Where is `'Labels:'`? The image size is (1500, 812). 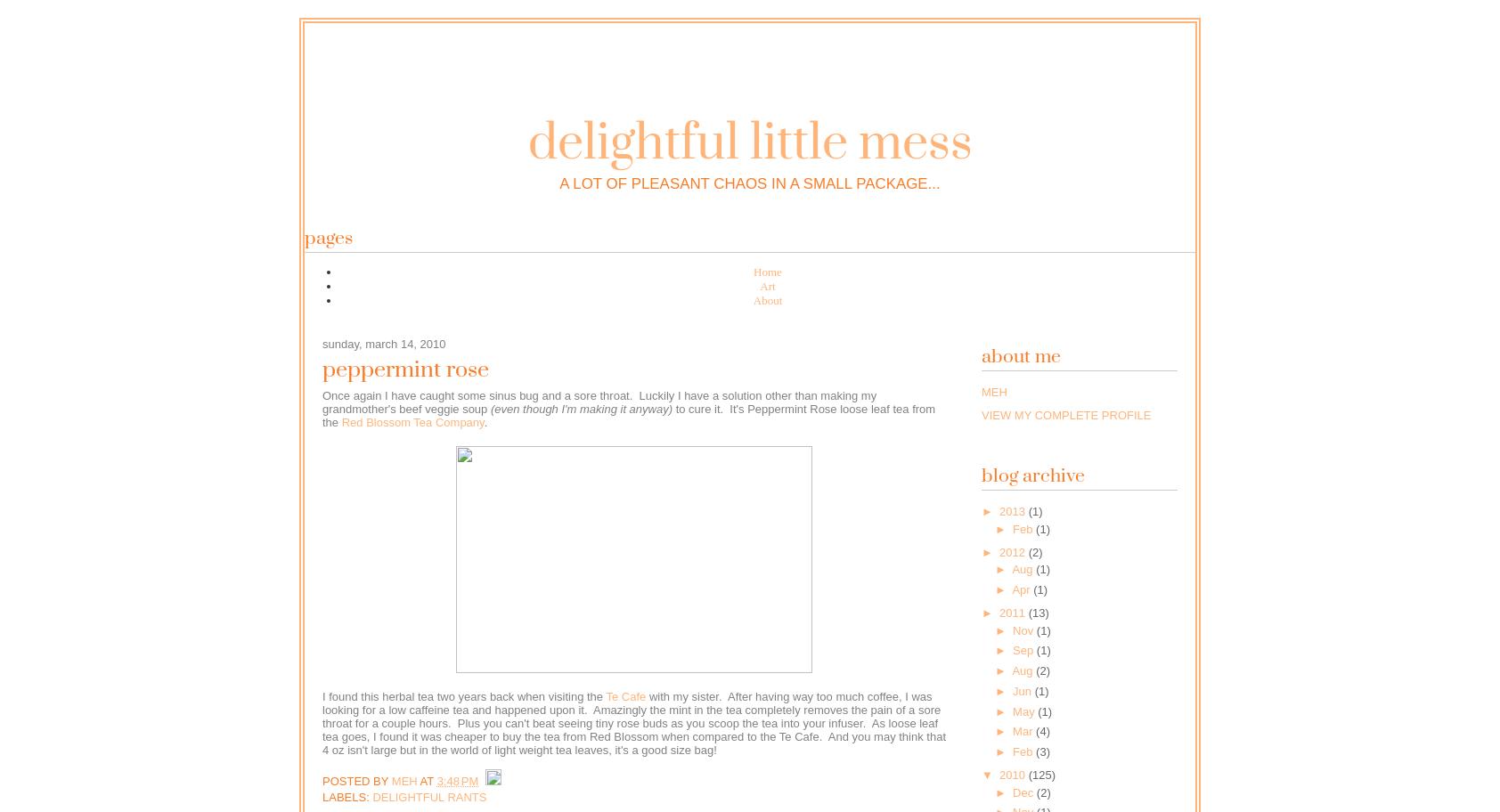
'Labels:' is located at coordinates (347, 795).